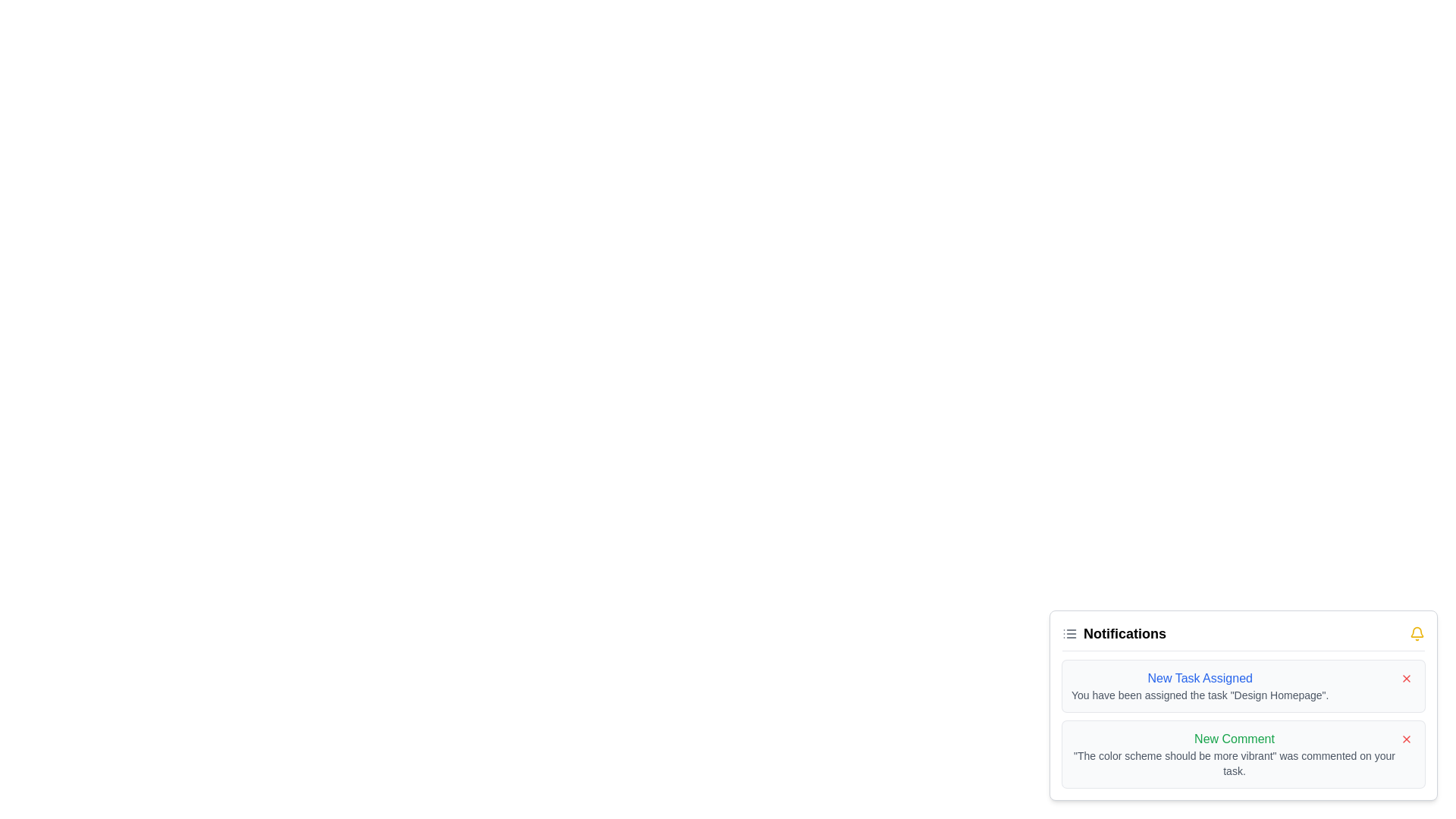 The height and width of the screenshot is (819, 1456). I want to click on the Text Display element that shows comments in the notification card, located beneath the green header labeled 'New Comment', so click(1234, 763).